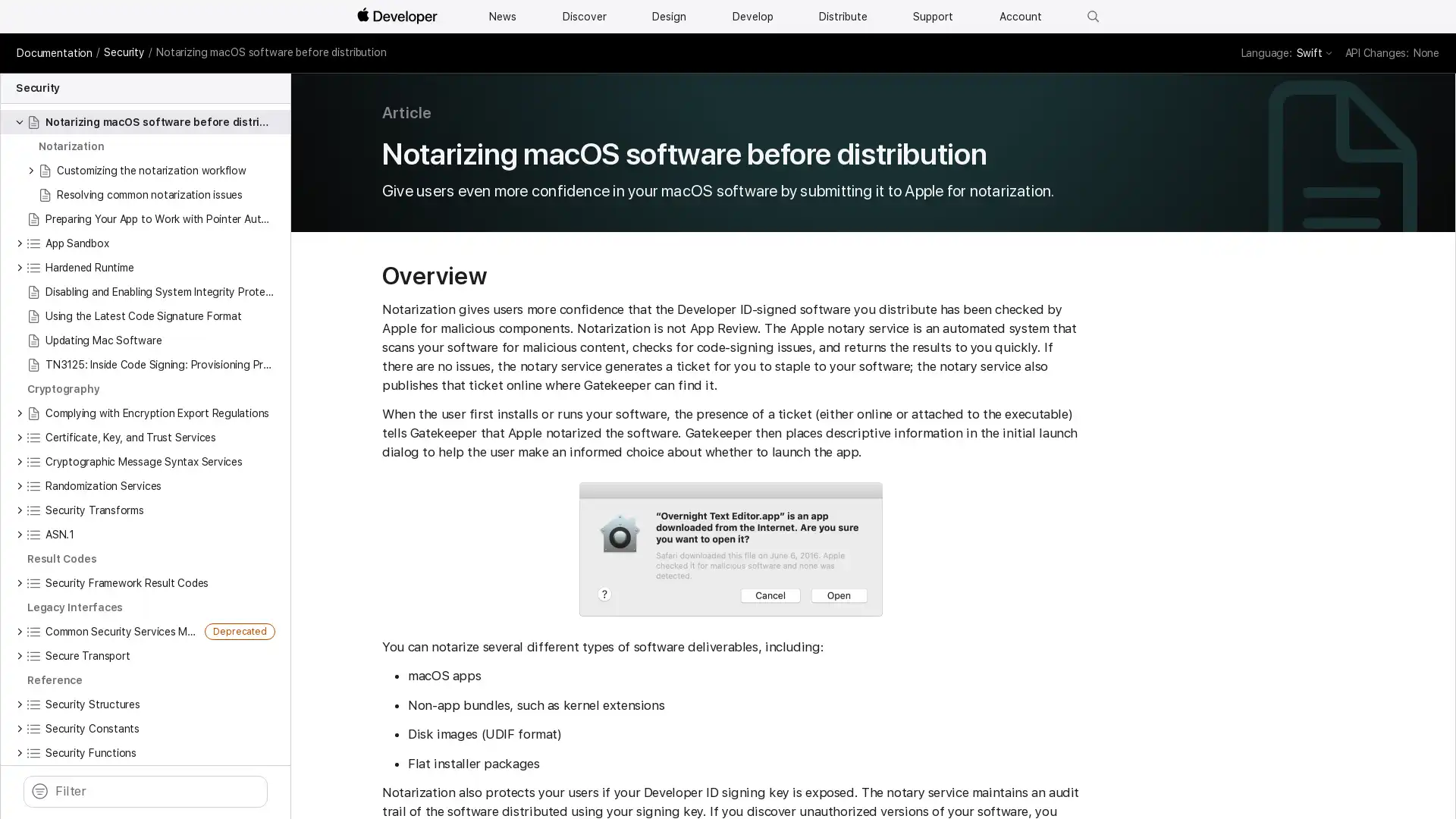 This screenshot has width=1456, height=819. Describe the element at coordinates (17, 277) in the screenshot. I see `Hardened Runtime` at that location.